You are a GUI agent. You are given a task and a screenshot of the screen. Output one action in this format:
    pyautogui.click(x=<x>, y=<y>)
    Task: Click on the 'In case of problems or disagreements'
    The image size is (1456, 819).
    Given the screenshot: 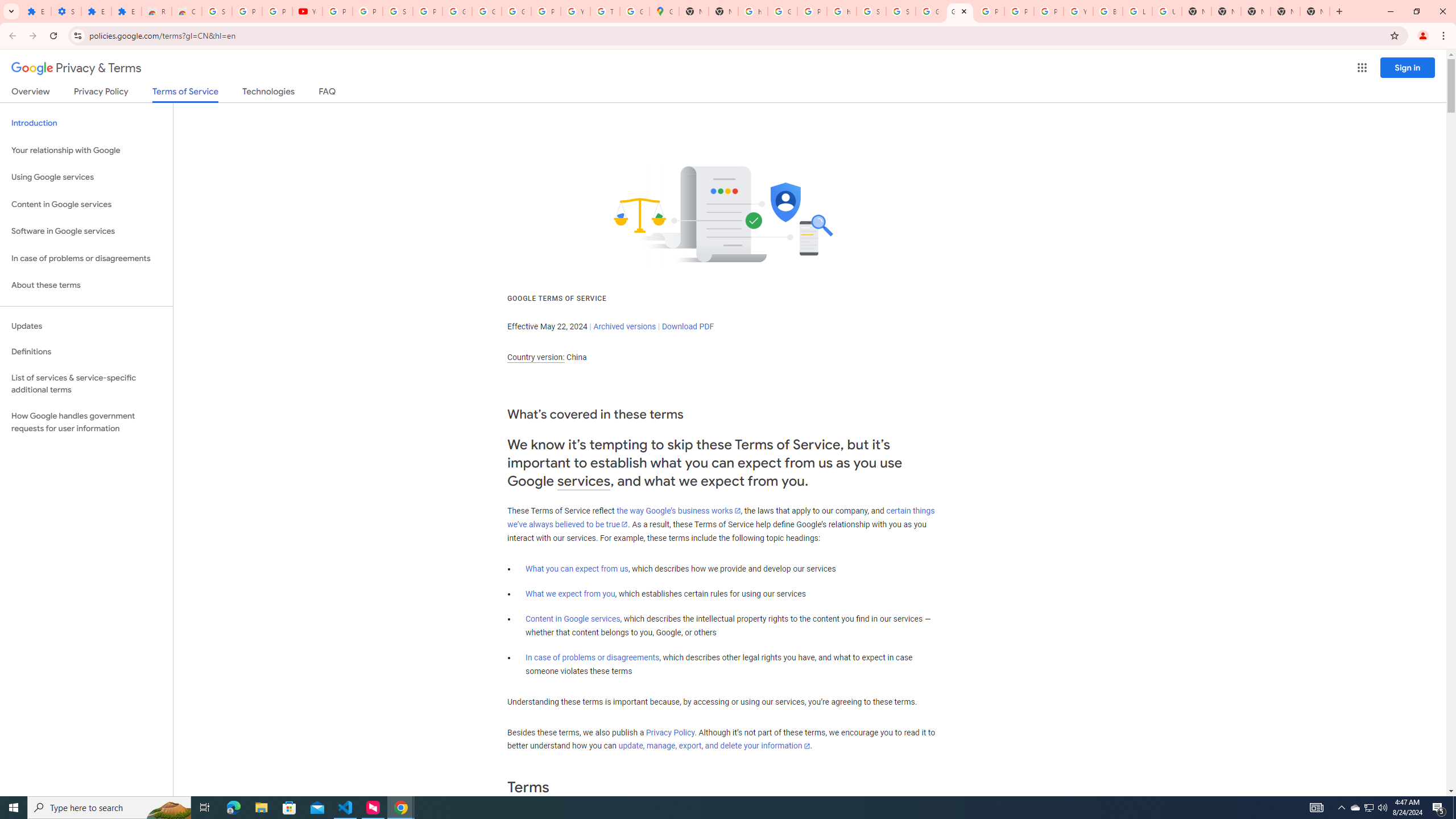 What is the action you would take?
    pyautogui.click(x=591, y=657)
    